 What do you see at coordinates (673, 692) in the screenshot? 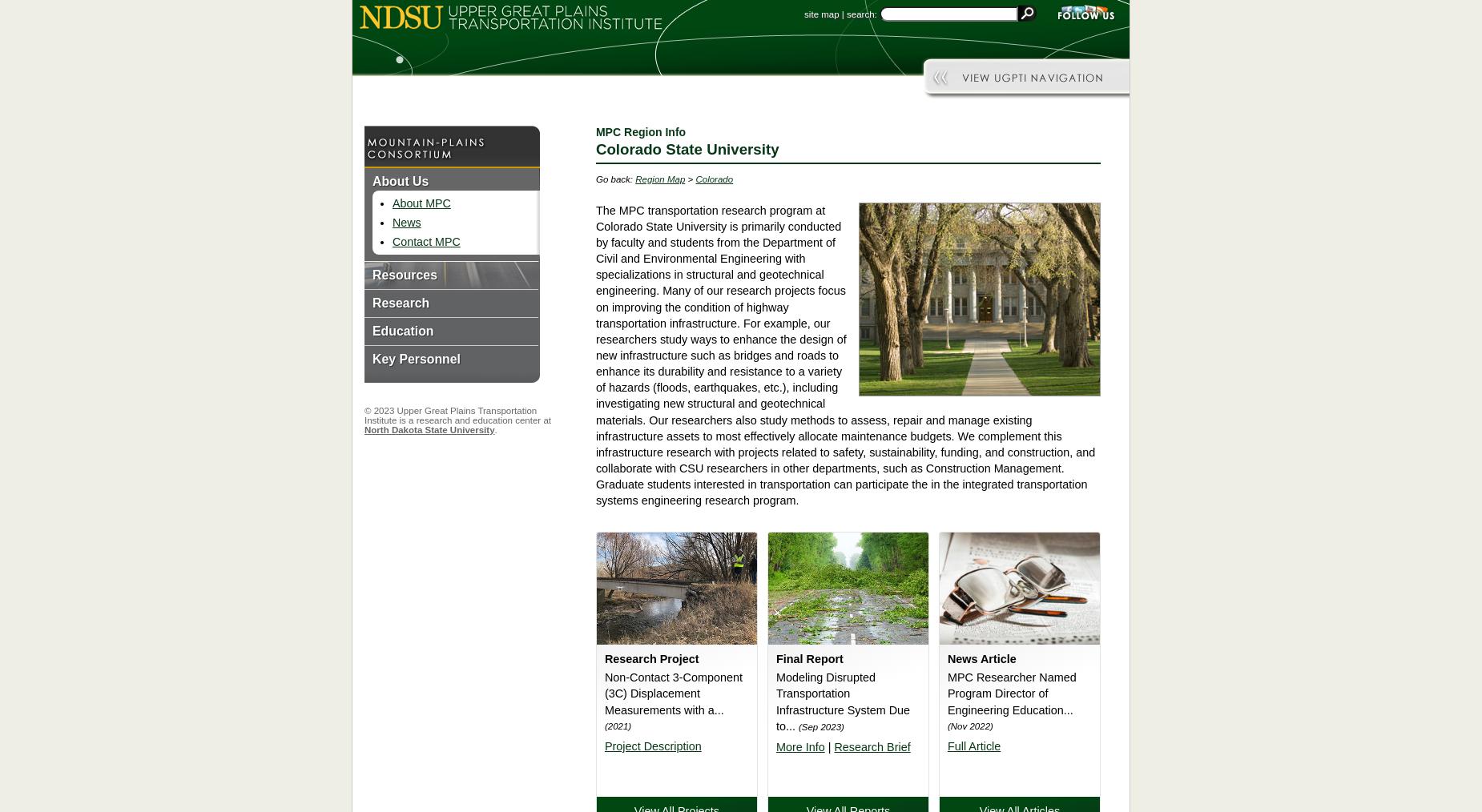
I see `'Non-Contact 3-Component (3C) Displacement Measurements with a...'` at bounding box center [673, 692].